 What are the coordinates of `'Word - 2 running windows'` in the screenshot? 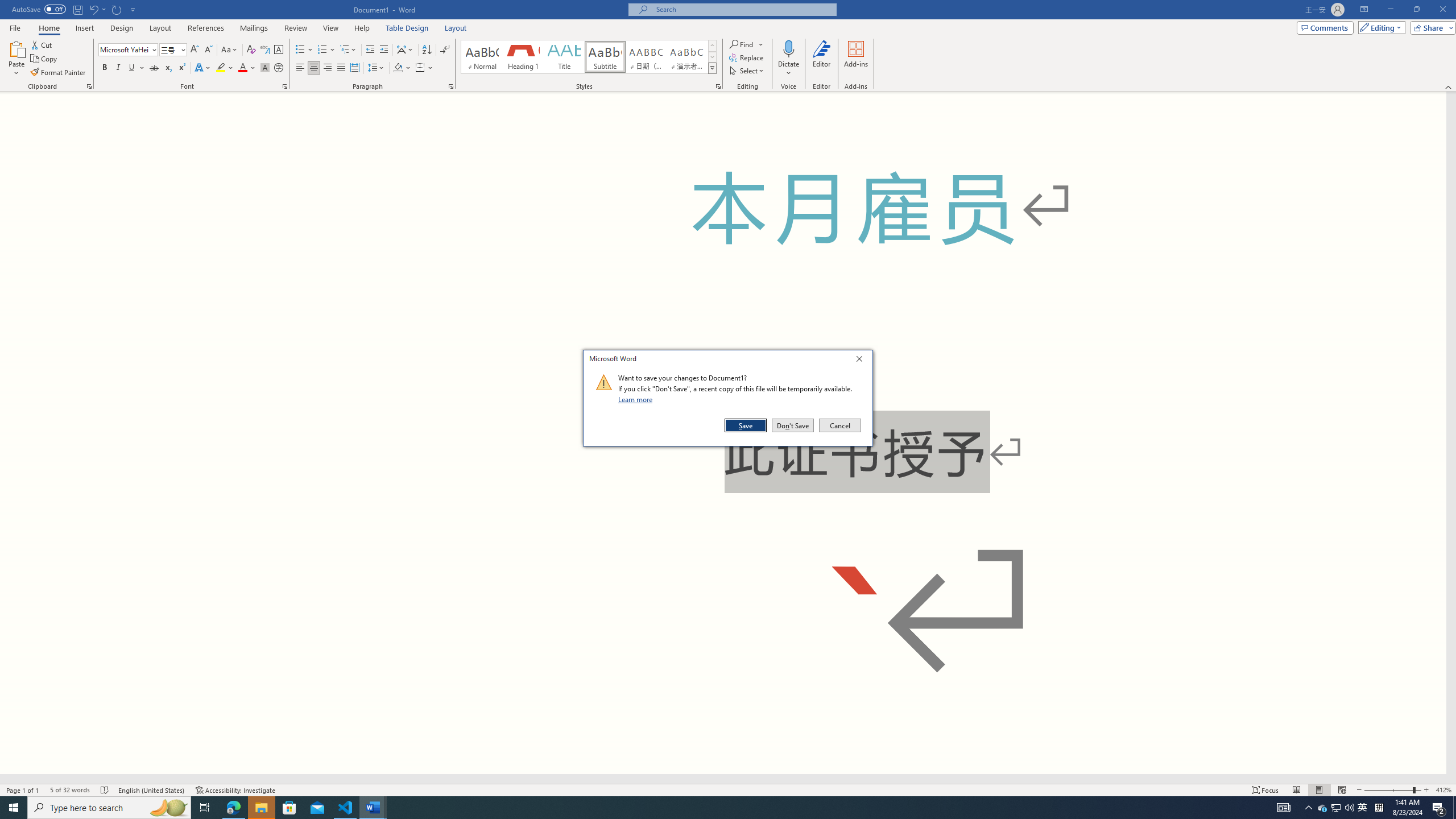 It's located at (373, 806).